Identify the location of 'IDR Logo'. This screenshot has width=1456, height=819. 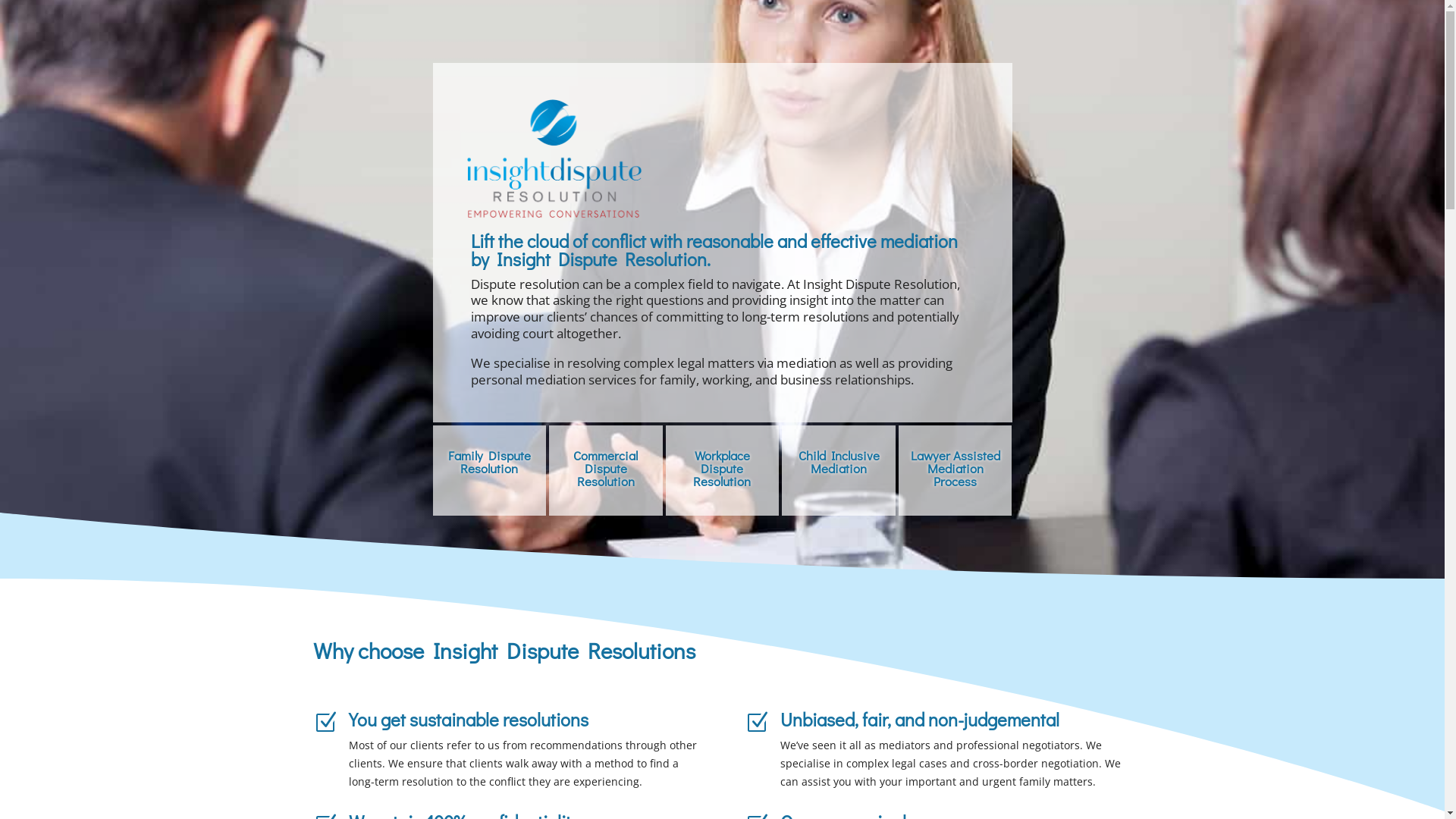
(552, 158).